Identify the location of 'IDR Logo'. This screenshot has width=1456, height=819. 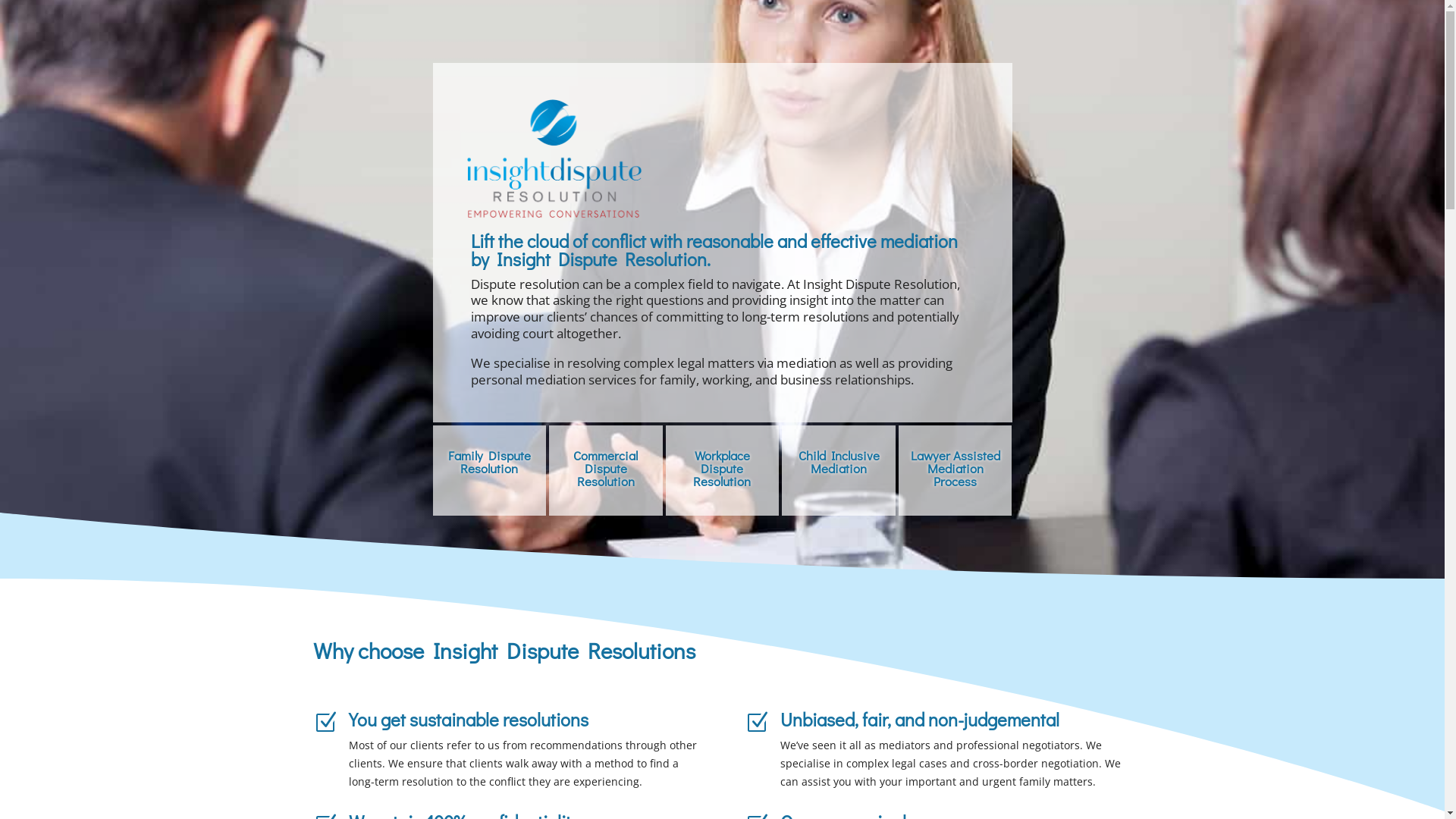
(552, 158).